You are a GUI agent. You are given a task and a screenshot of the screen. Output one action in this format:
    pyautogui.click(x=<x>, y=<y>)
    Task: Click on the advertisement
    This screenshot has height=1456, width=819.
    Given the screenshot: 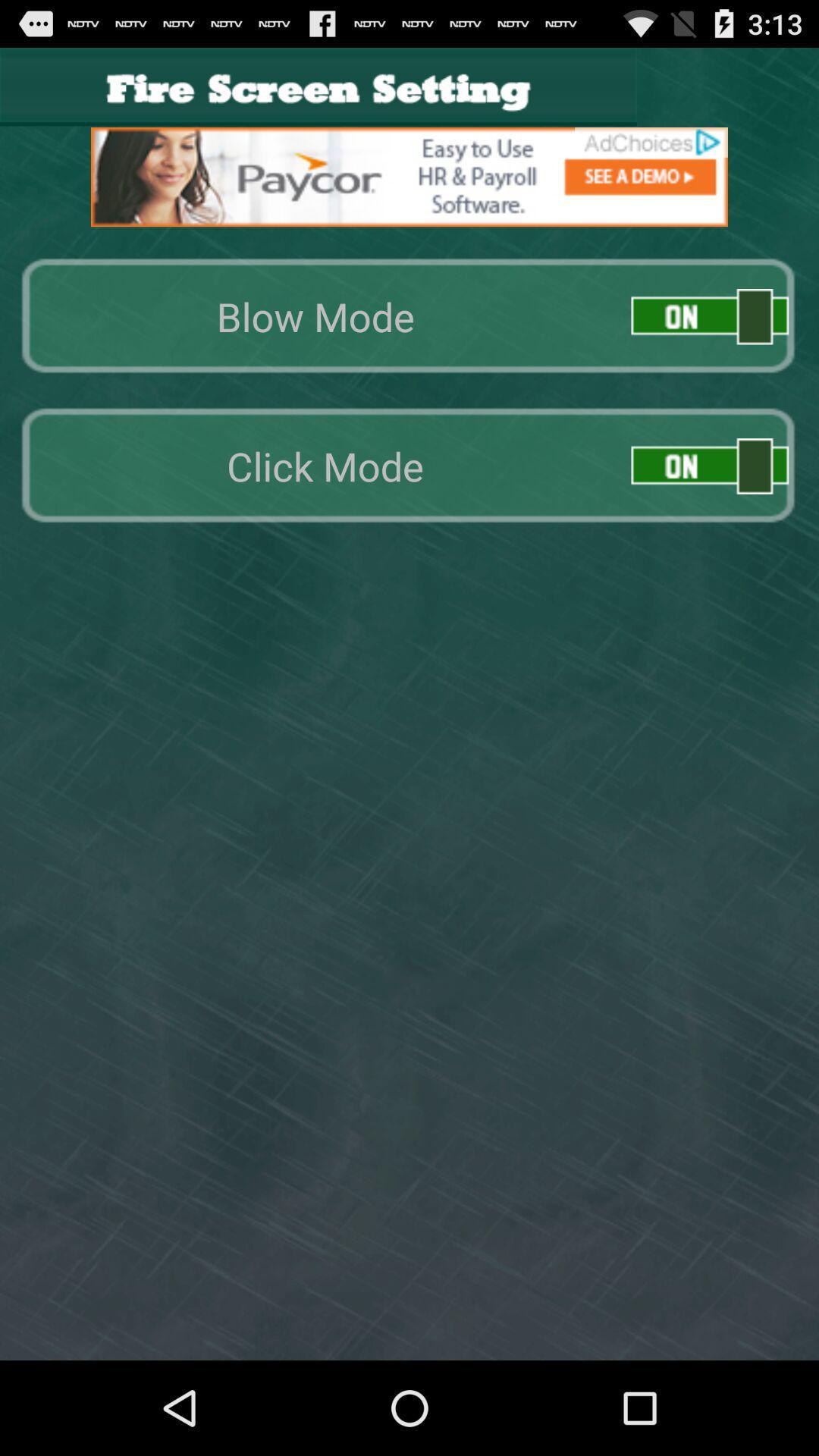 What is the action you would take?
    pyautogui.click(x=409, y=177)
    